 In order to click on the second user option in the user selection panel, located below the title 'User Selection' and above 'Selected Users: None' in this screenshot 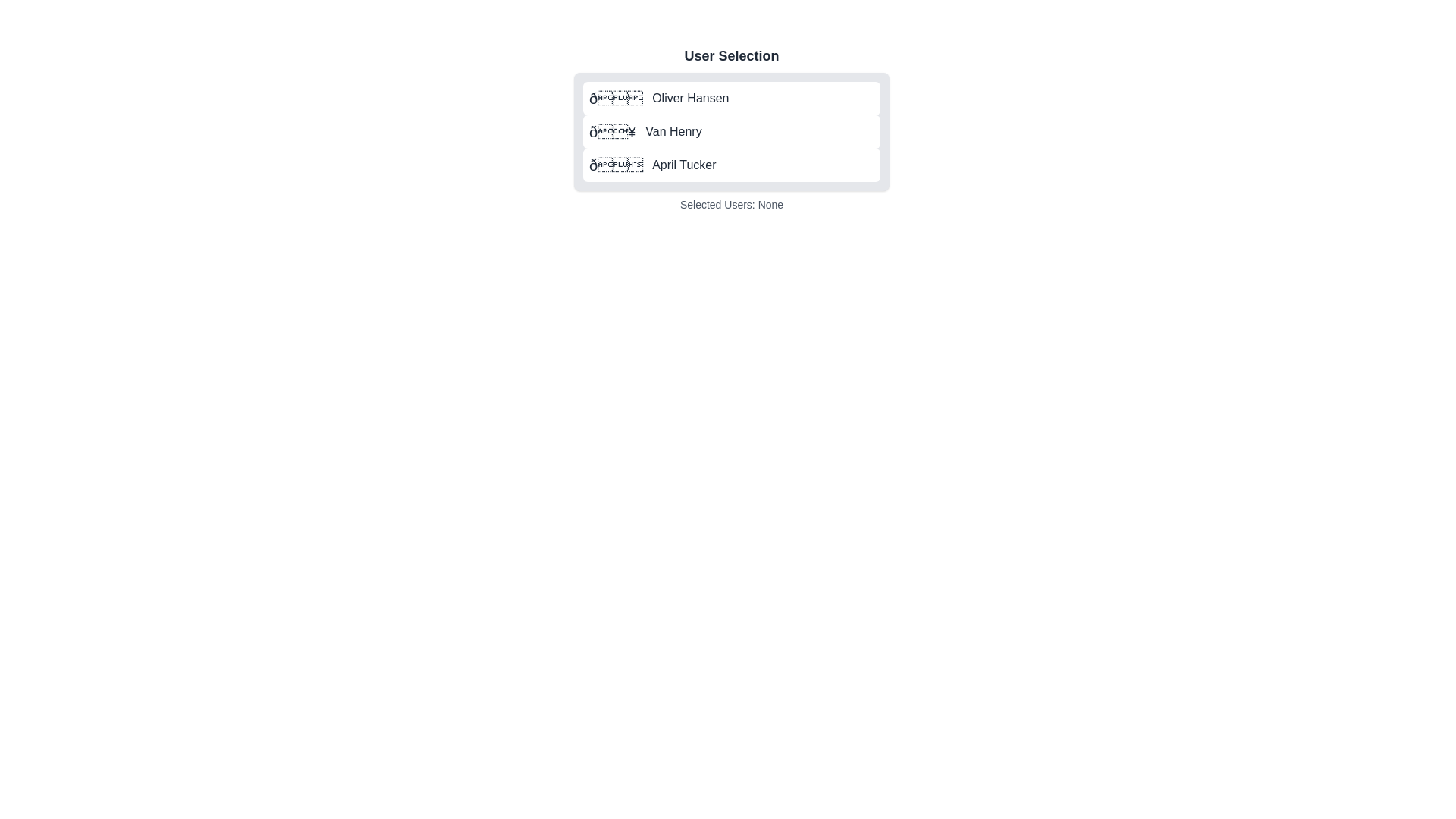, I will do `click(731, 130)`.